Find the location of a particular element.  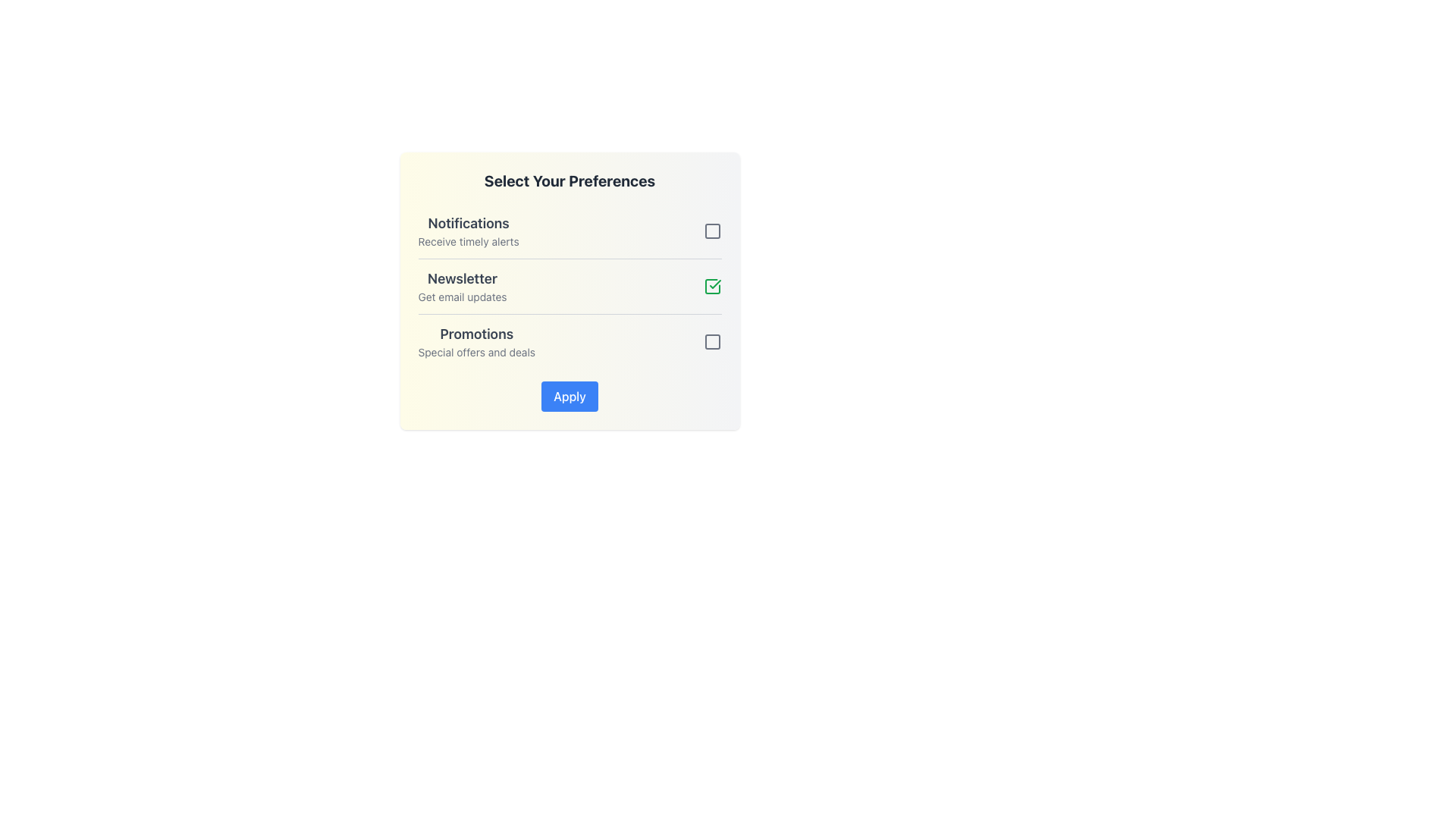

informational text label describing the subscription option for email updates, located between the 'Notifications' and 'Promotions' options, with a checkbox to its right is located at coordinates (461, 287).